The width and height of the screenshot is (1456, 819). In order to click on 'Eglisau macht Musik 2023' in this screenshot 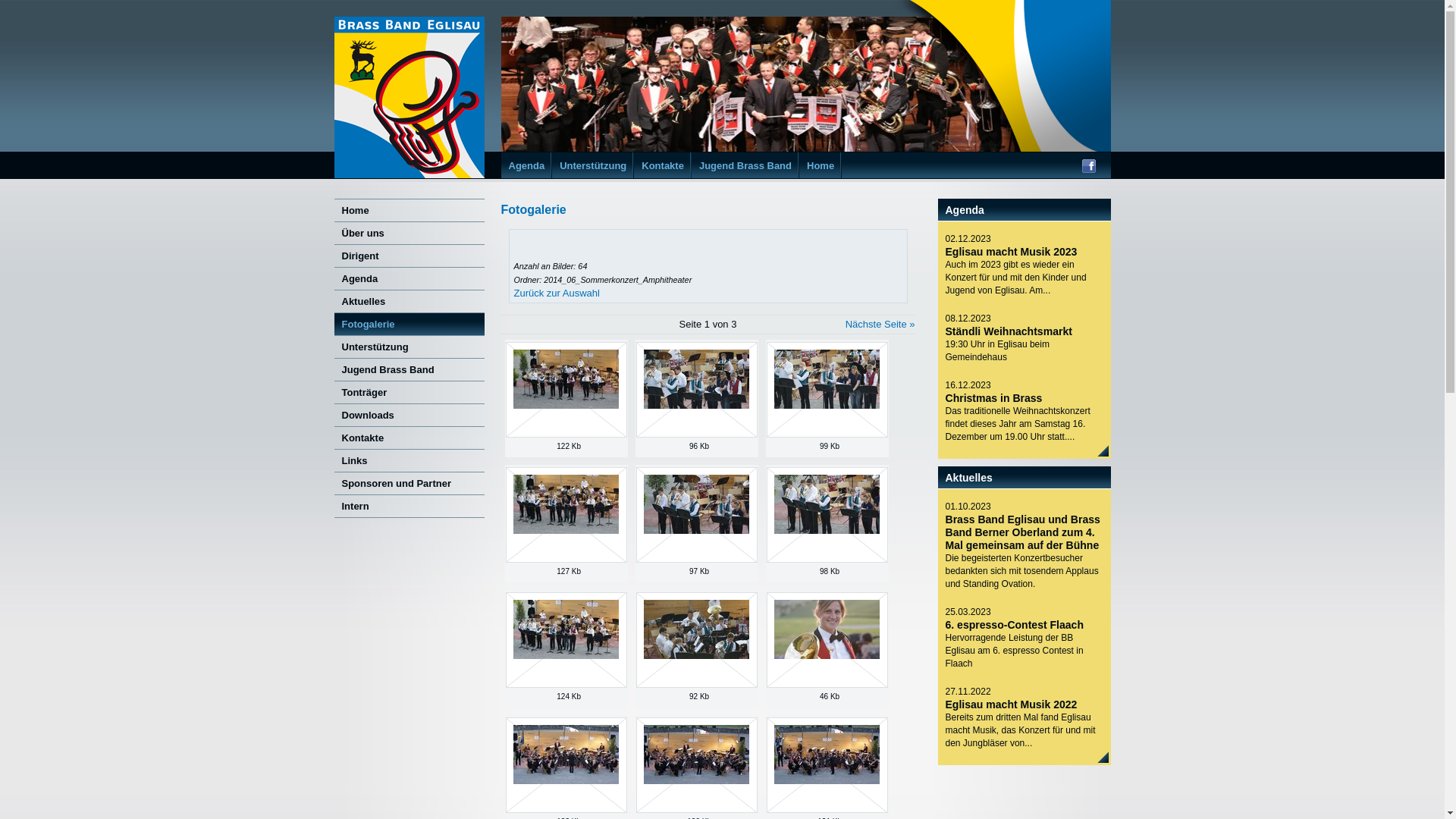, I will do `click(1011, 250)`.